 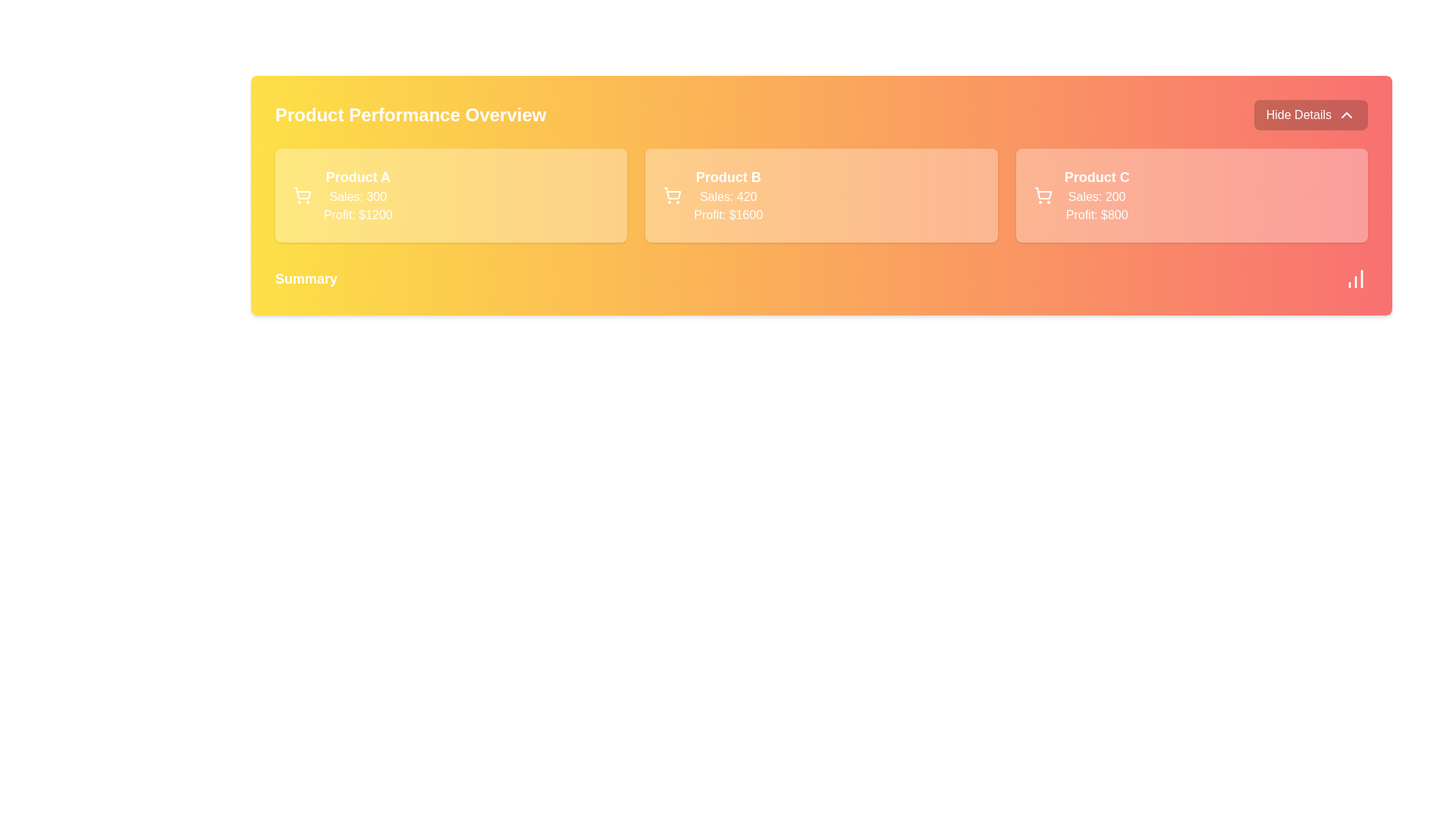 What do you see at coordinates (672, 195) in the screenshot?
I see `the shopping cart icon located at the leftmost side near the top of the 'Product B' card` at bounding box center [672, 195].